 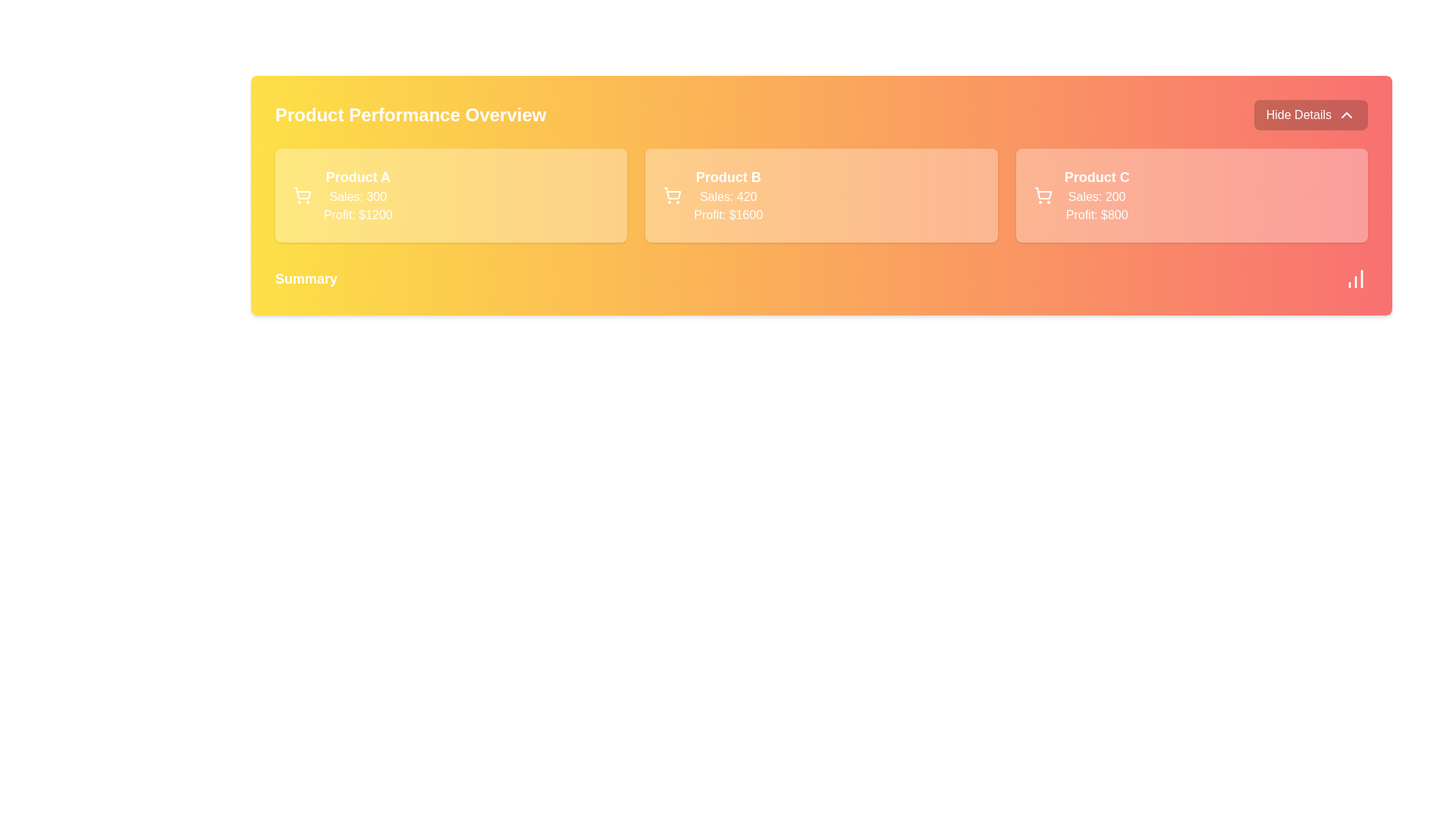 What do you see at coordinates (672, 195) in the screenshot?
I see `the shopping cart icon located at the leftmost side near the top of the 'Product B' card` at bounding box center [672, 195].